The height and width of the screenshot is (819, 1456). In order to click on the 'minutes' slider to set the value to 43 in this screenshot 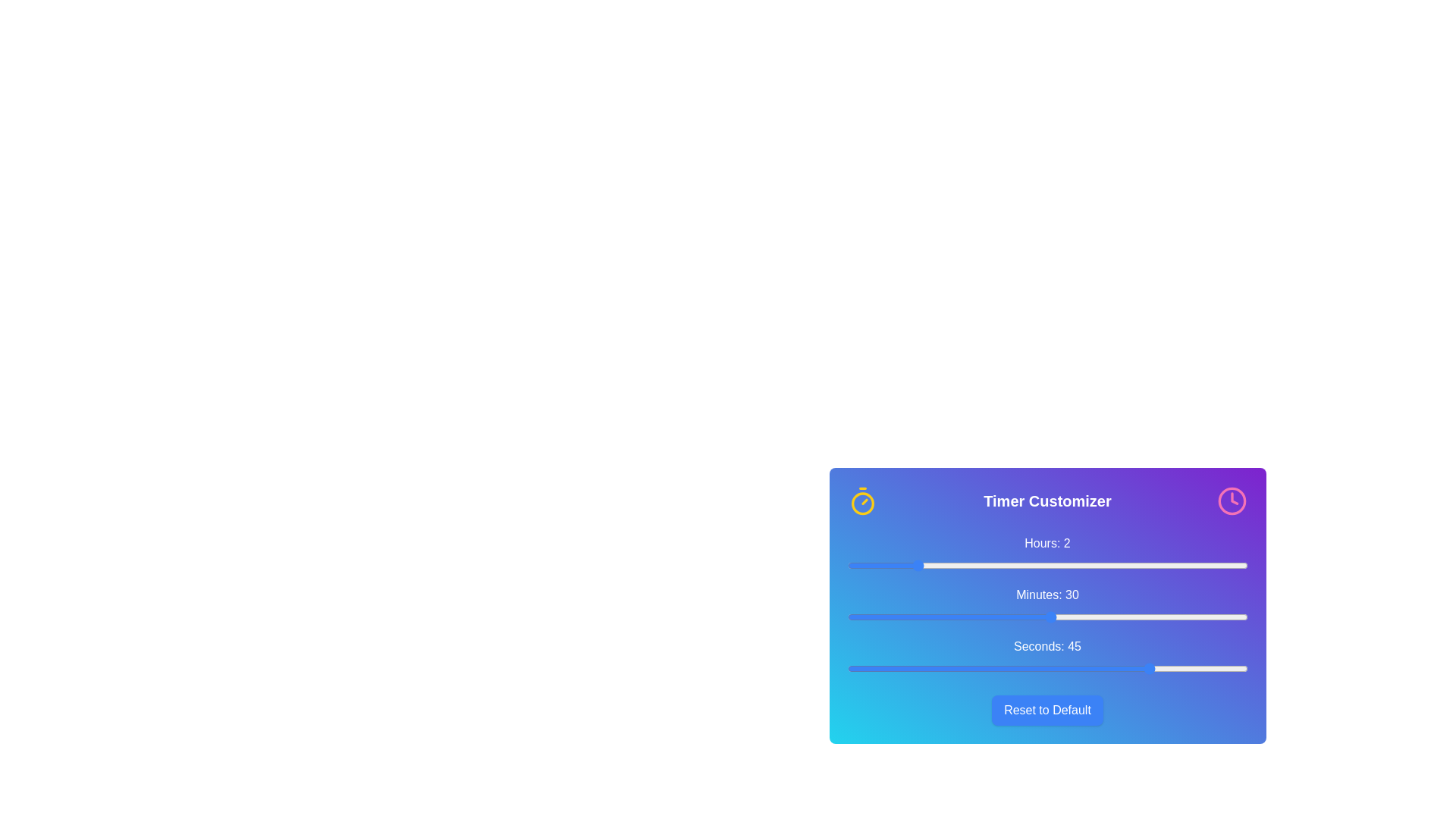, I will do `click(1139, 617)`.